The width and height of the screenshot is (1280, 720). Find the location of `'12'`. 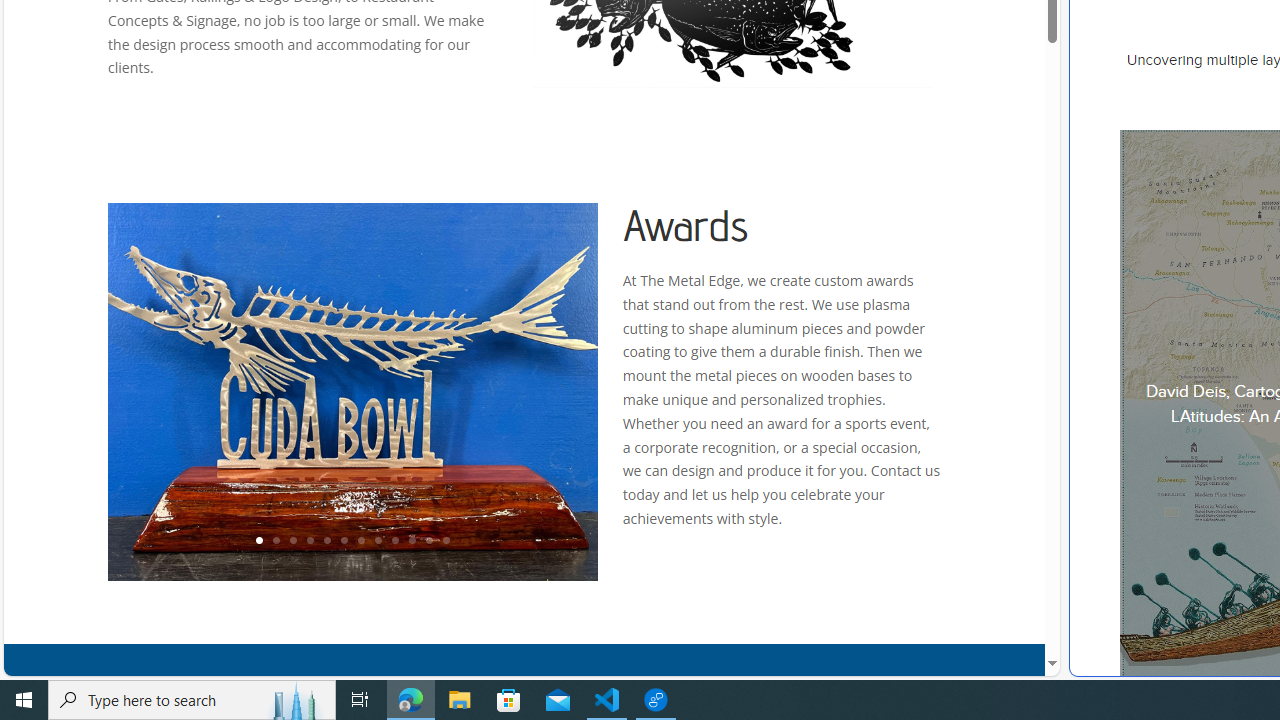

'12' is located at coordinates (445, 541).